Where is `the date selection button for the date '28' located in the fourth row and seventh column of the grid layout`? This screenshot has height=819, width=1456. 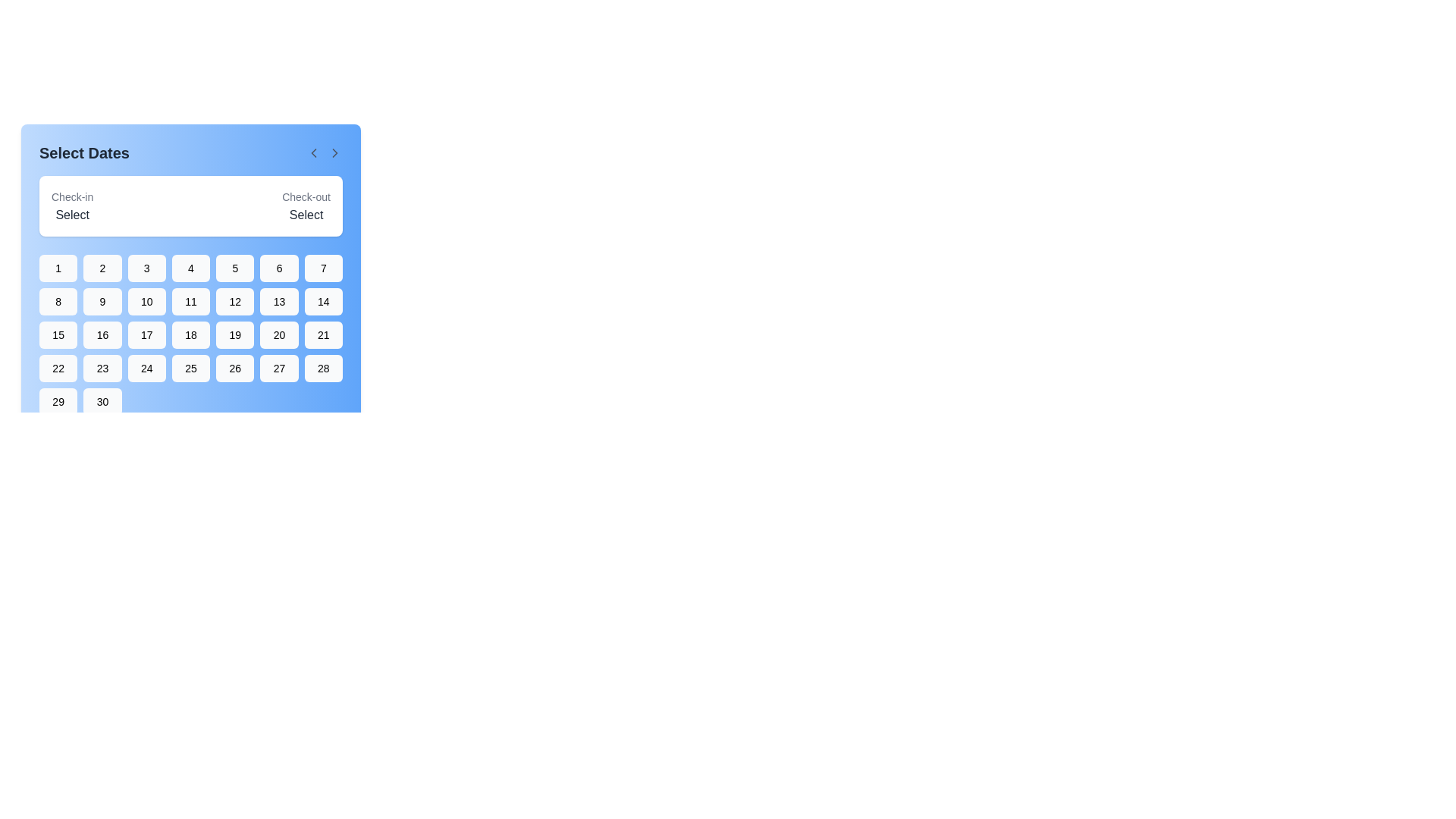 the date selection button for the date '28' located in the fourth row and seventh column of the grid layout is located at coordinates (322, 369).